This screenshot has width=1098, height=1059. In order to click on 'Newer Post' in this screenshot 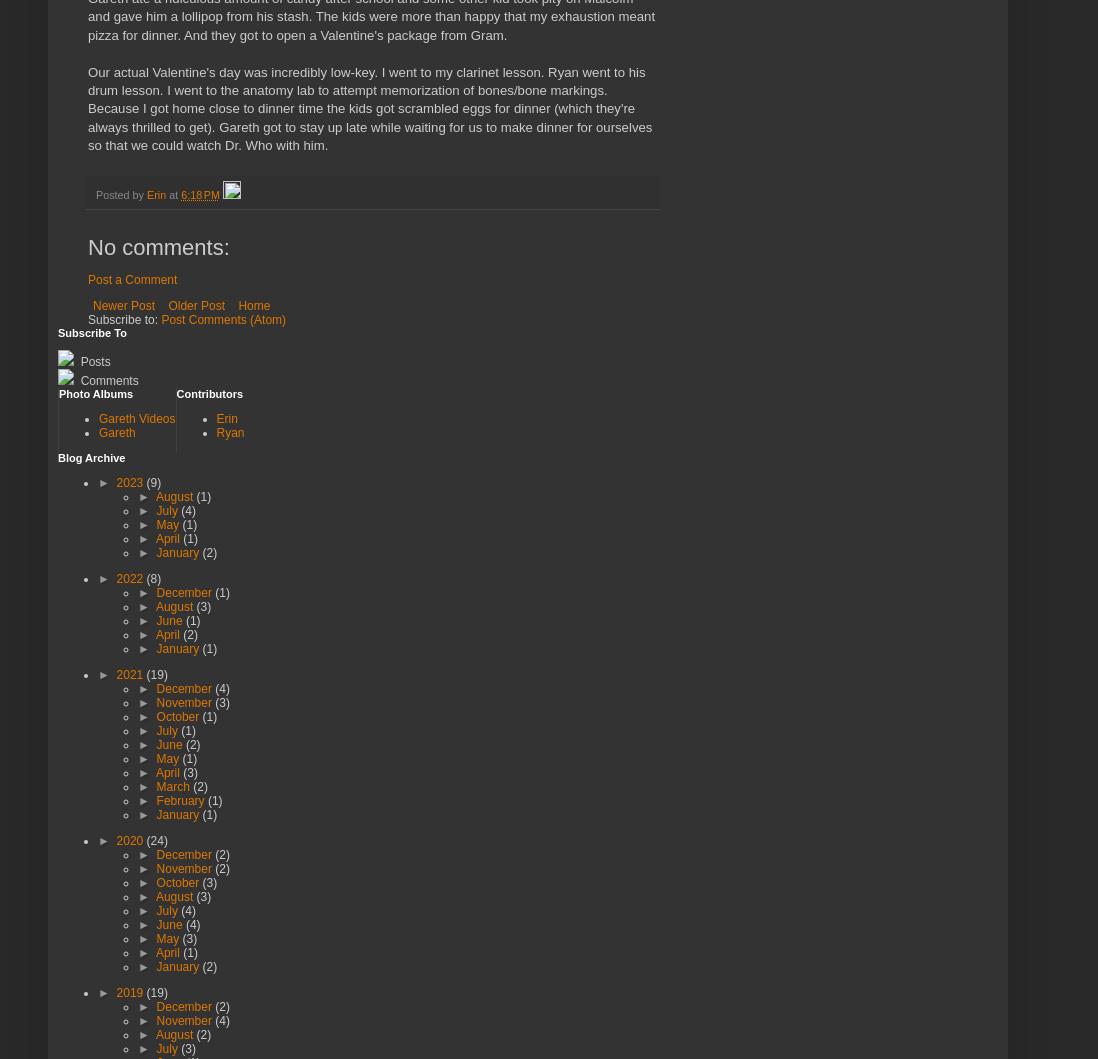, I will do `click(123, 306)`.